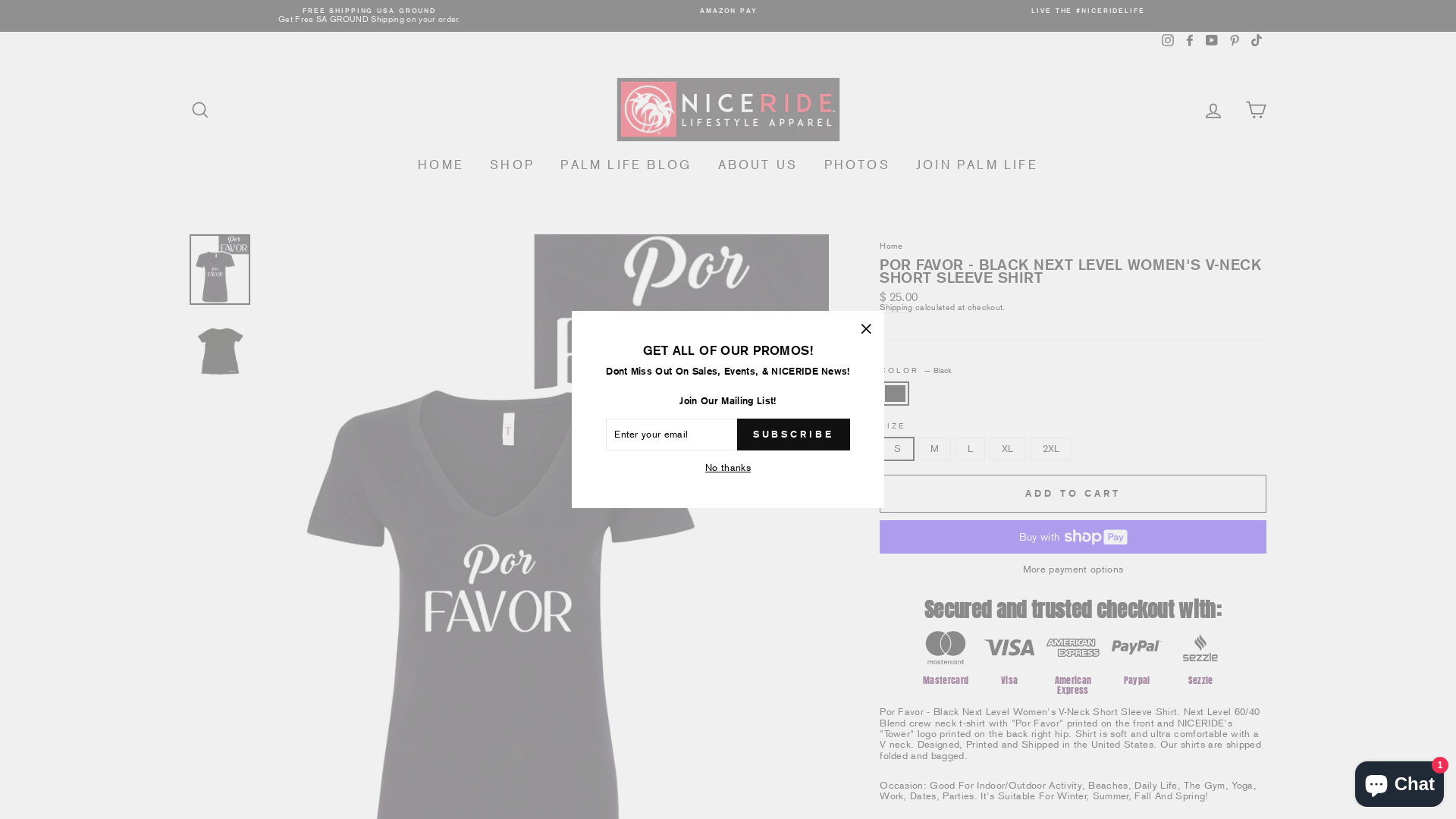 The image size is (1456, 819). What do you see at coordinates (700, 467) in the screenshot?
I see `'No thanks'` at bounding box center [700, 467].